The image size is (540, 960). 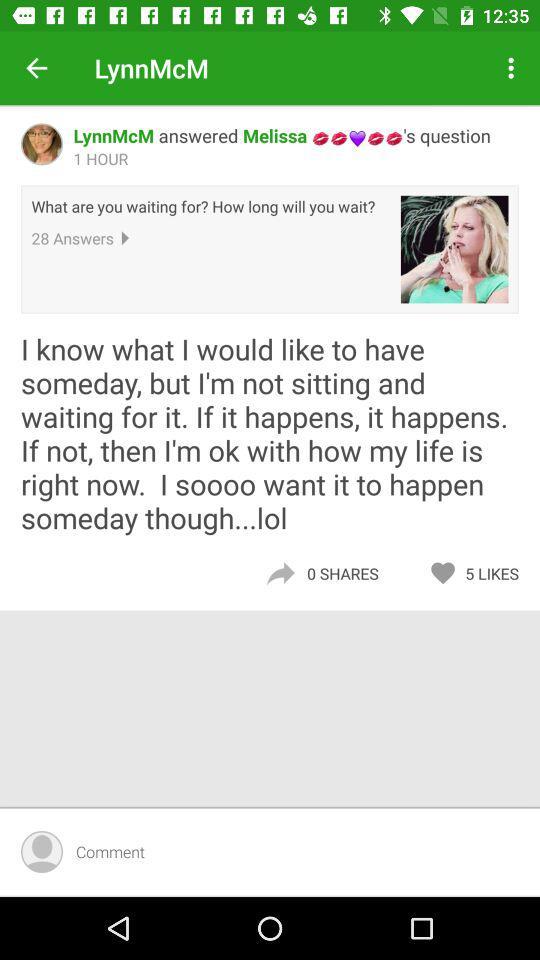 What do you see at coordinates (513, 68) in the screenshot?
I see `app to the right of the lynnmcm item` at bounding box center [513, 68].